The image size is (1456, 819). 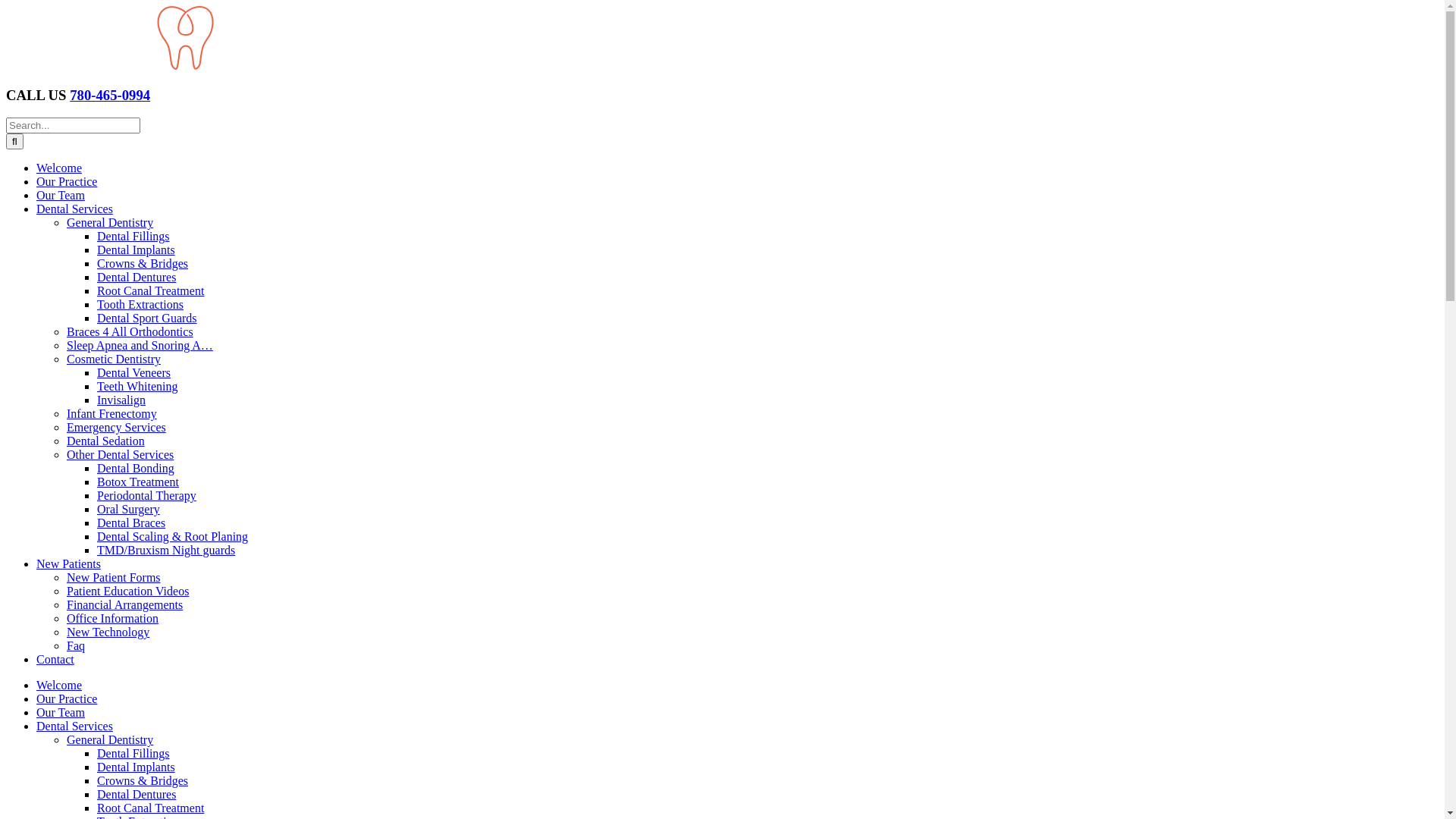 I want to click on 'New Patient Forms', so click(x=112, y=577).